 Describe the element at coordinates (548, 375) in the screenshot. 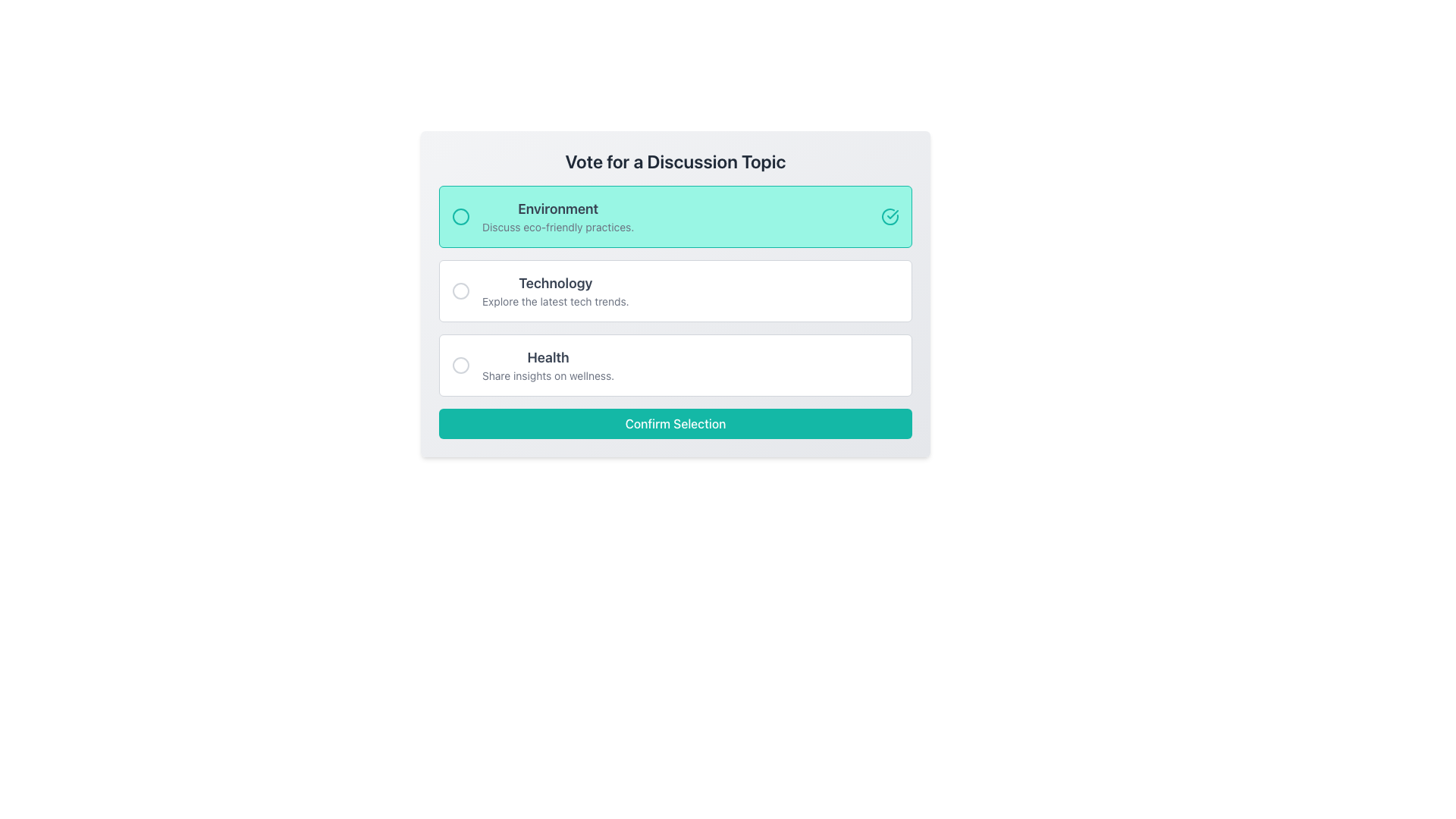

I see `the static text label that reads 'Share insights on wellness.' located below the bold text 'Health' in the third selection panel` at that location.